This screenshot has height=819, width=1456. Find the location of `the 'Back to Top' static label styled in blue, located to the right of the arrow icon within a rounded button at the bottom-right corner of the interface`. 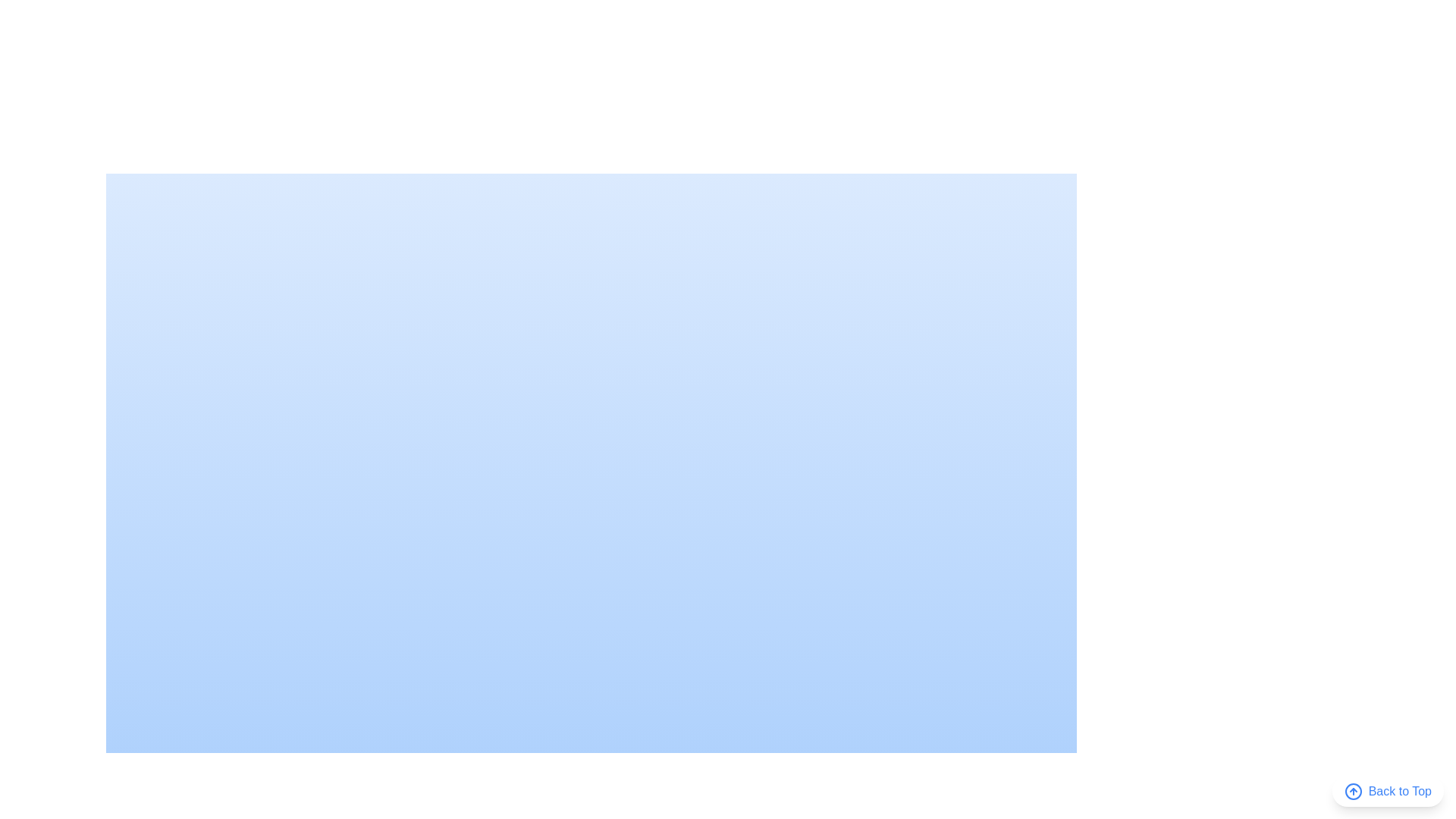

the 'Back to Top' static label styled in blue, located to the right of the arrow icon within a rounded button at the bottom-right corner of the interface is located at coordinates (1399, 791).